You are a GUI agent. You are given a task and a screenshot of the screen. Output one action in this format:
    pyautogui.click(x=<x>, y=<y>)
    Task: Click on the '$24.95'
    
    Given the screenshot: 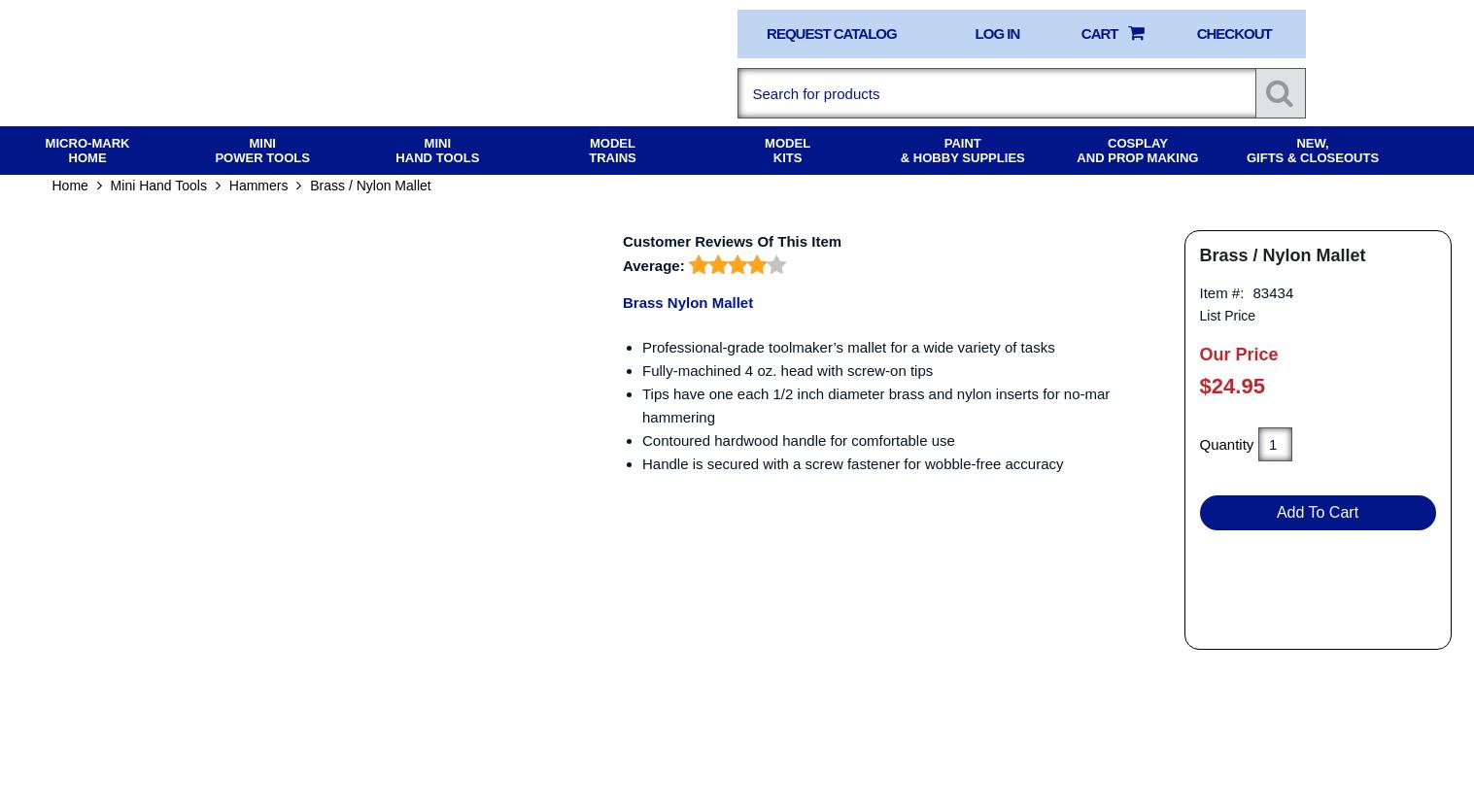 What is the action you would take?
    pyautogui.click(x=1230, y=399)
    